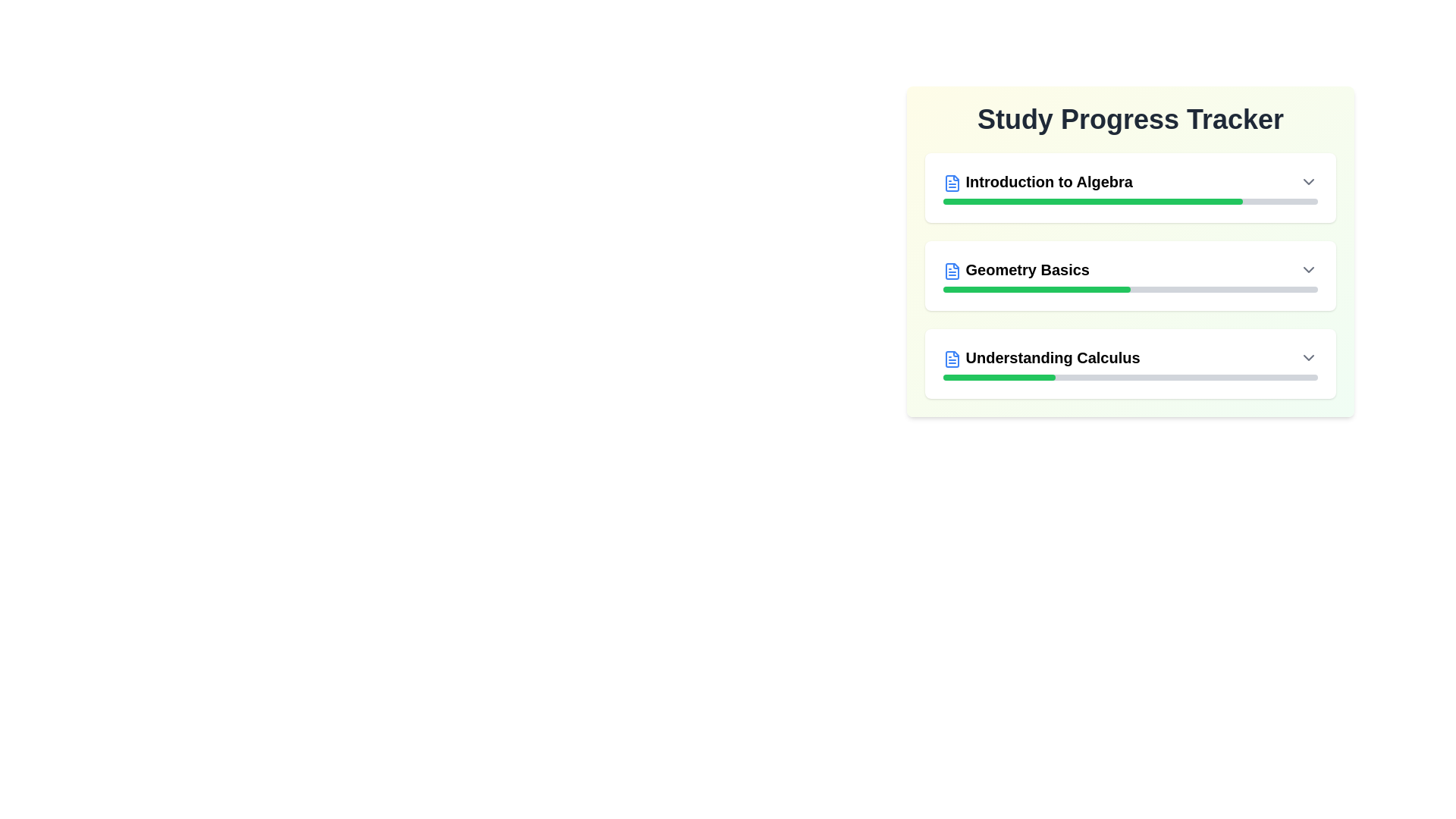  Describe the element at coordinates (999, 376) in the screenshot. I see `the Progress bar fill indicator that visually indicates 30% progress in the 'Understanding Calculus' section of the 'Study Progress Tracker'` at that location.